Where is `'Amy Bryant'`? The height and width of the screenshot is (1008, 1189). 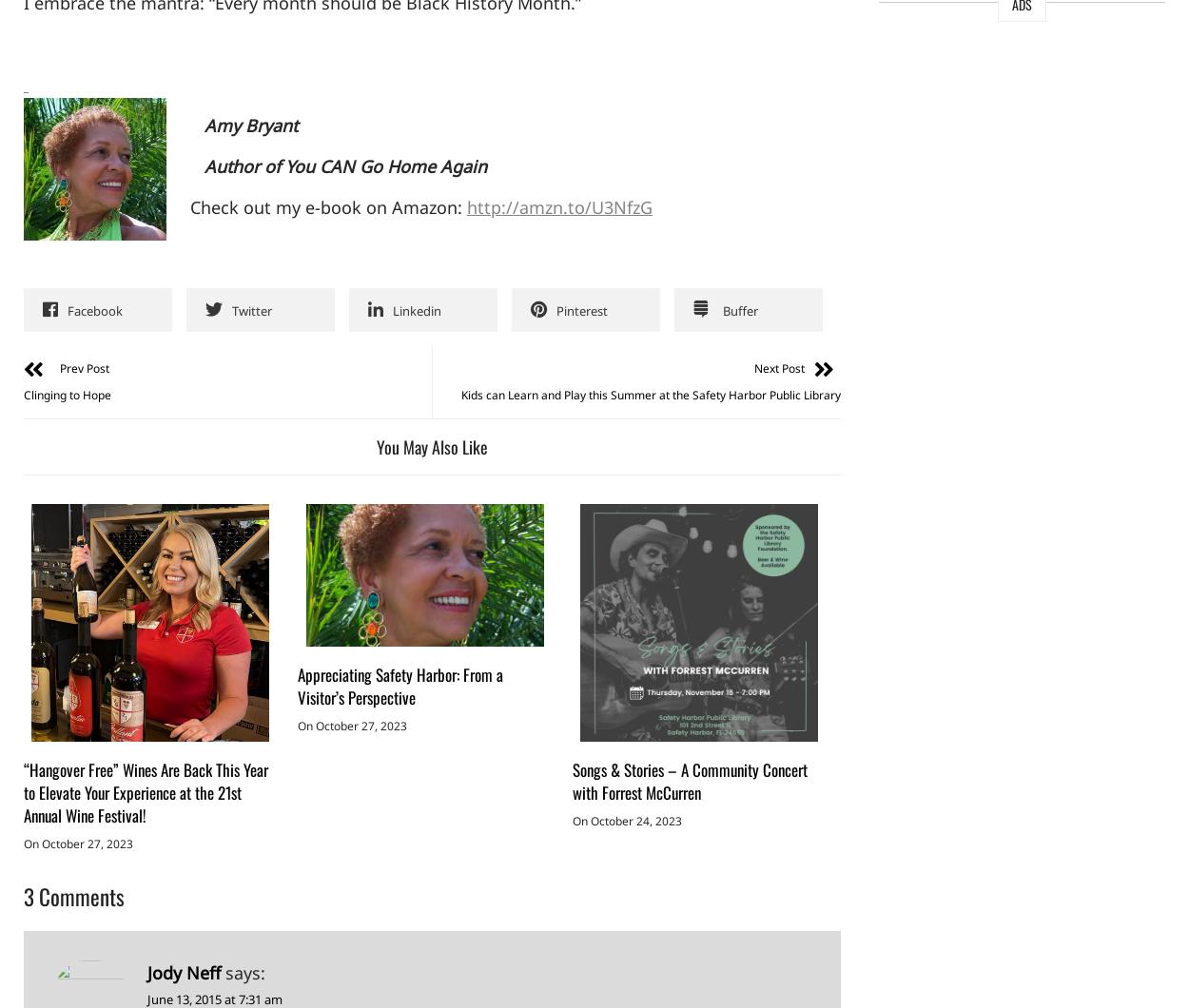
'Amy Bryant' is located at coordinates (244, 125).